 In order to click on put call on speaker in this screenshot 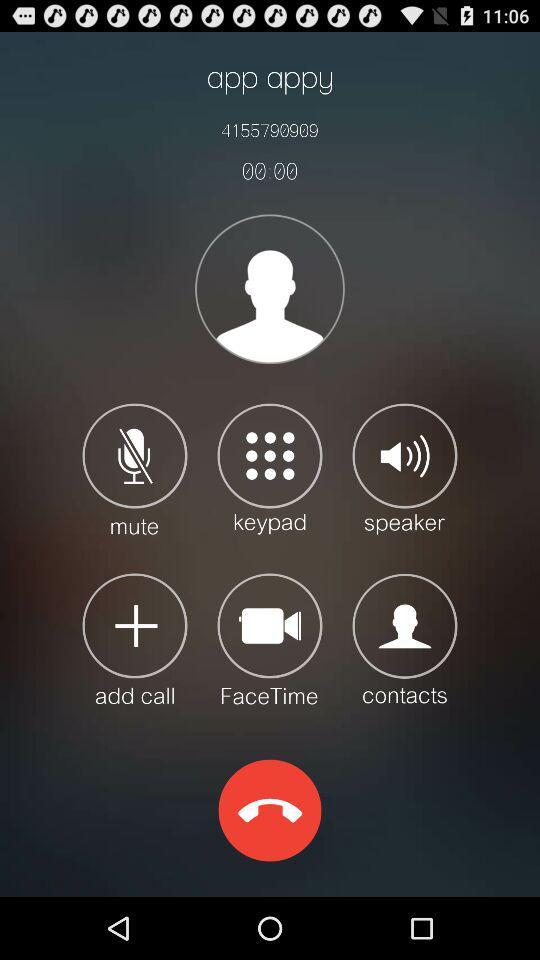, I will do `click(405, 468)`.